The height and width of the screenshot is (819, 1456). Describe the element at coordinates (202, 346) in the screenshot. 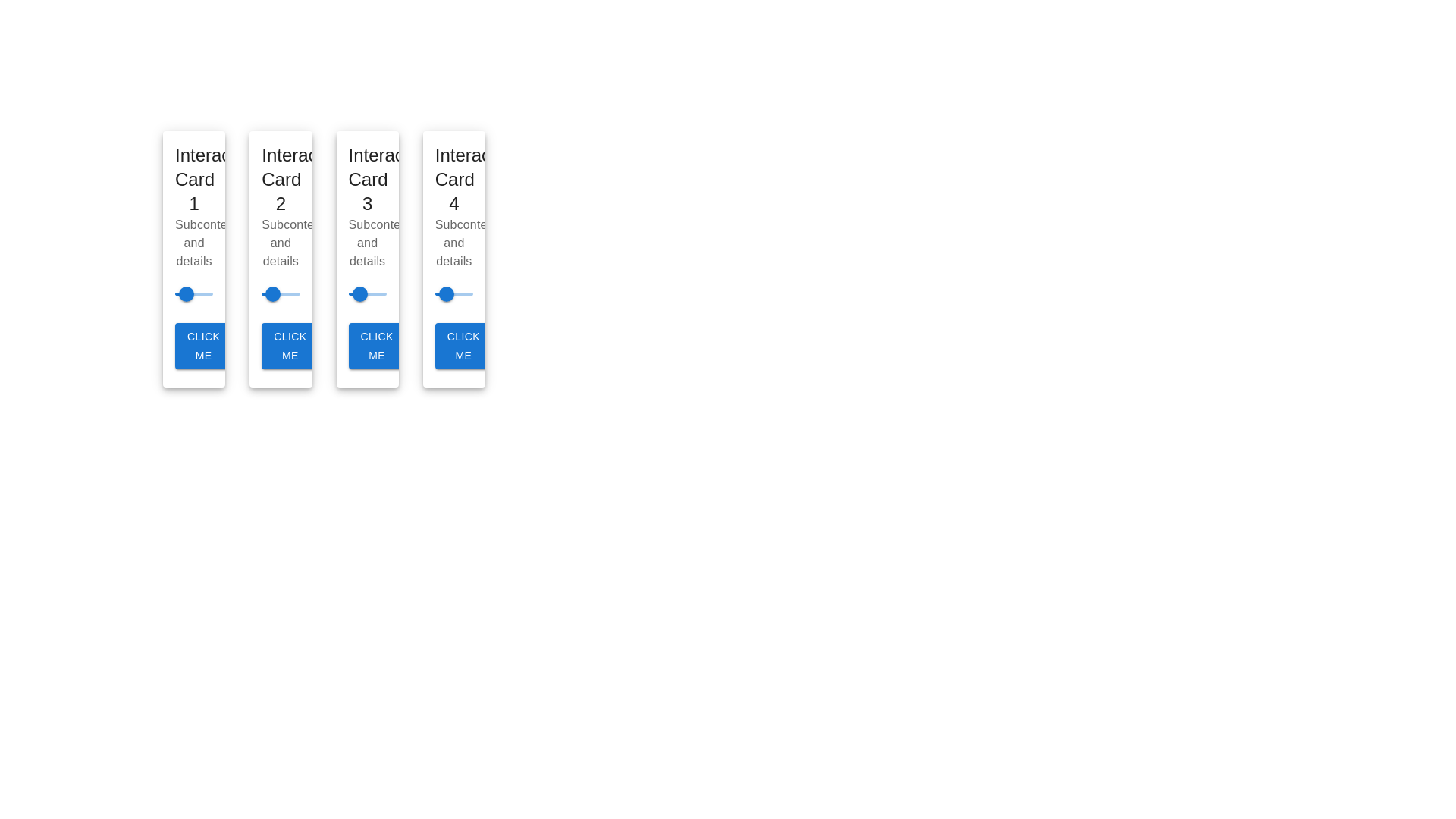

I see `the rectangular button with a bold blue background and white text 'CLICK ME' located at the bottom of the first interactive card` at that location.